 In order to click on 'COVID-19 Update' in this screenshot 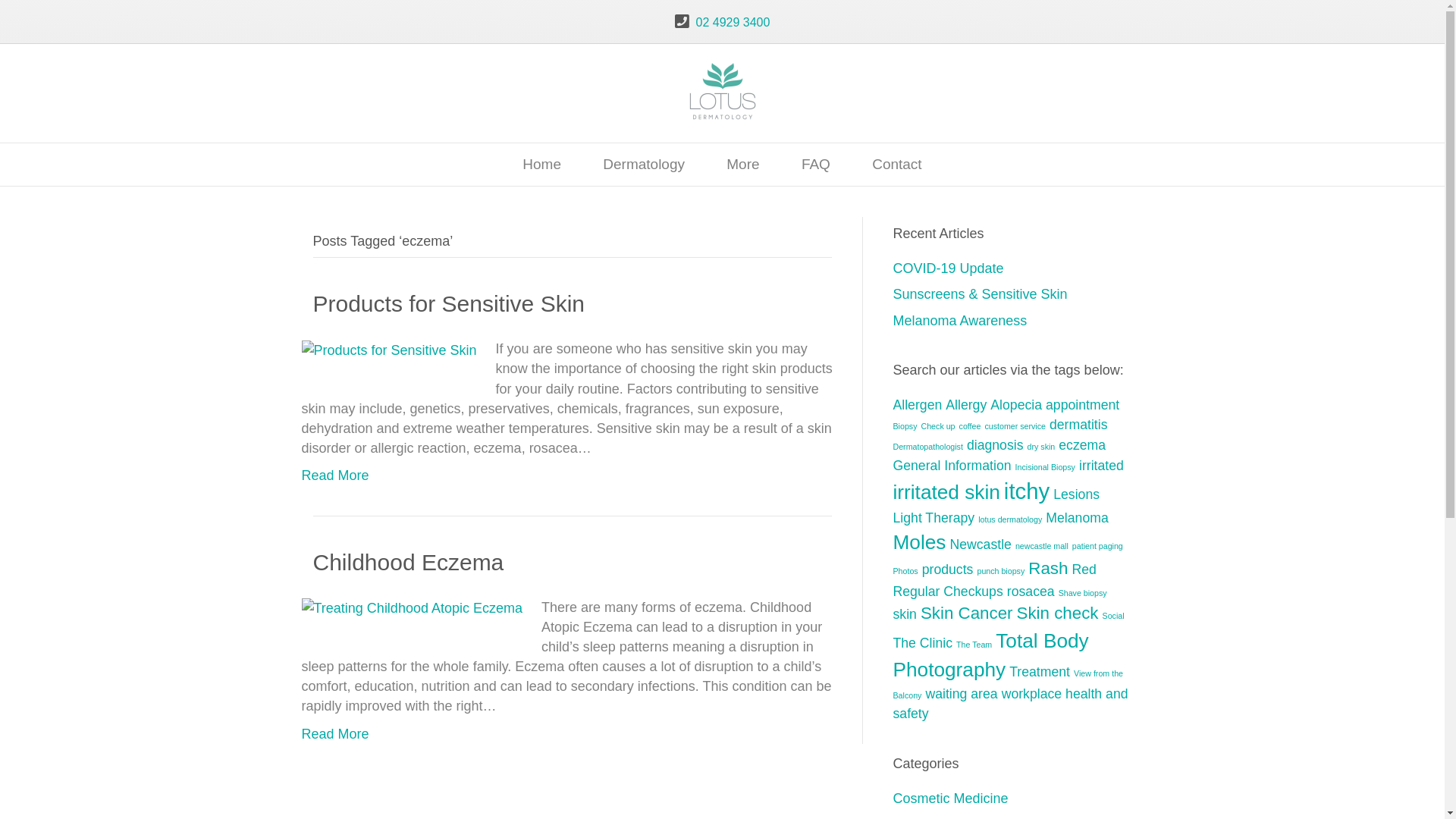, I will do `click(948, 268)`.